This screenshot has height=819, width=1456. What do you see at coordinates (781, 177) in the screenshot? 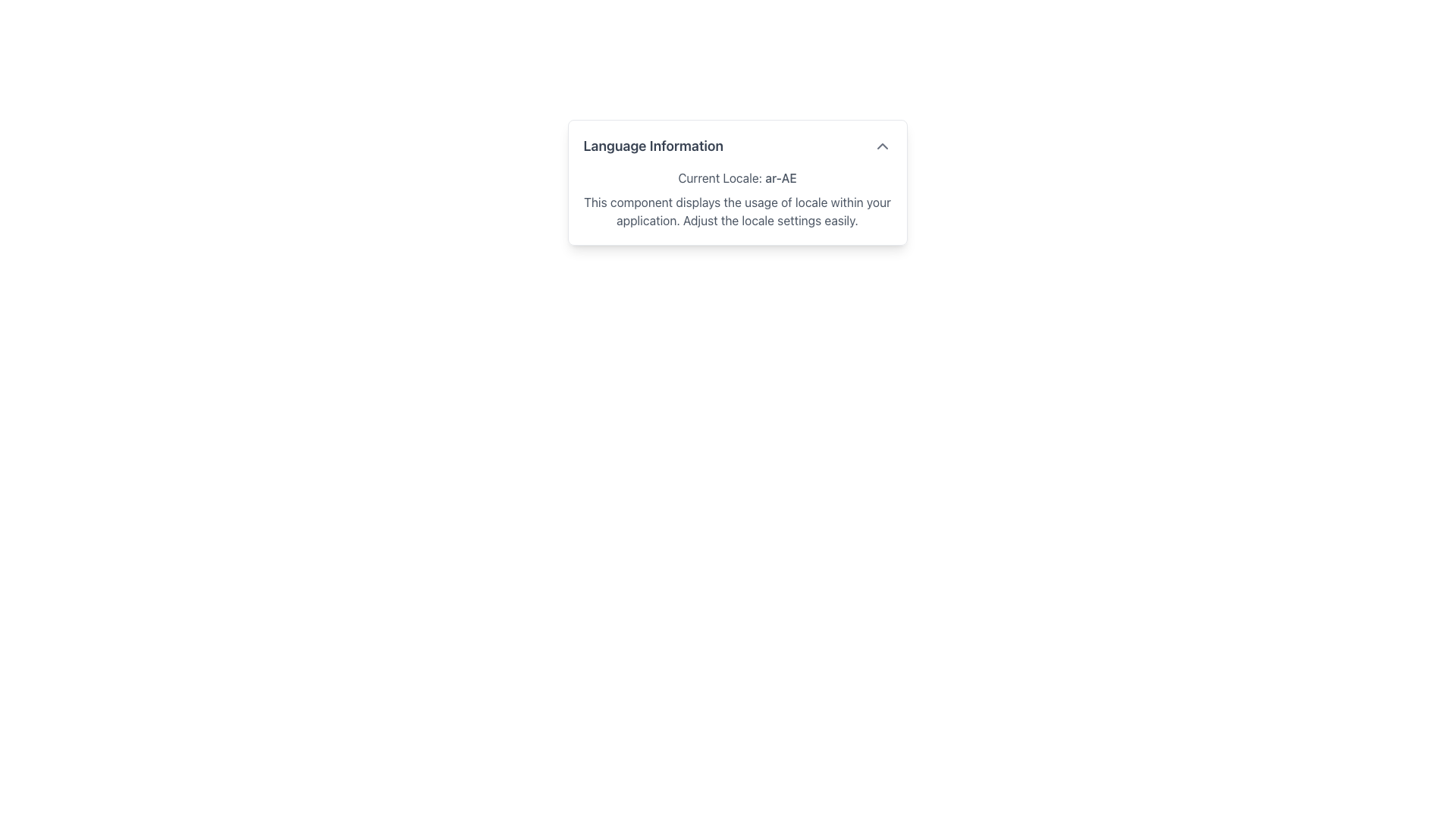
I see `the static text displaying the current locale setting, which is found in the 'Language Information' section and follows the label 'Current Locale:'` at bounding box center [781, 177].